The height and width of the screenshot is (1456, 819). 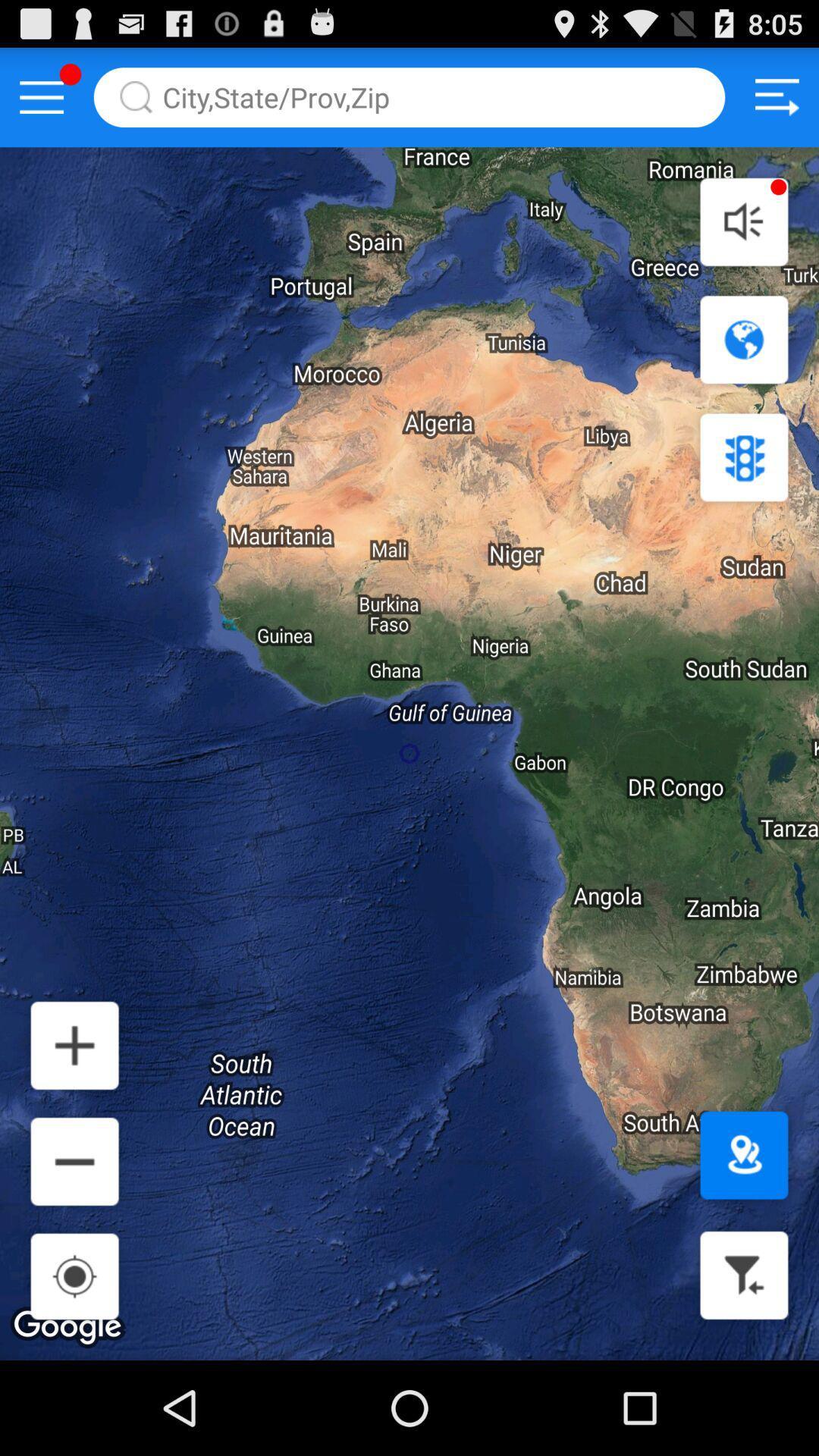 I want to click on navigation icon, so click(x=743, y=339).